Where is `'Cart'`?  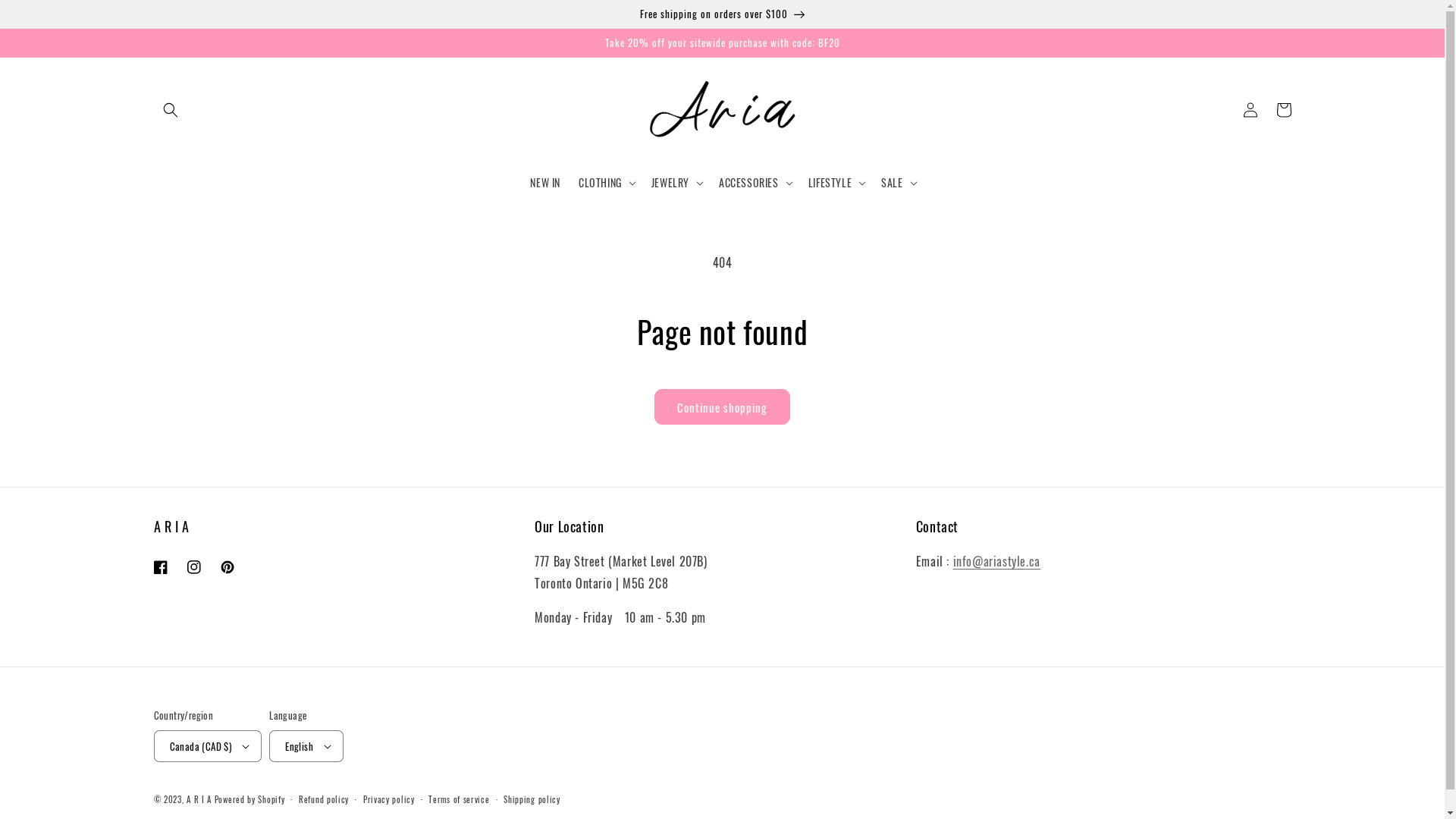 'Cart' is located at coordinates (1282, 109).